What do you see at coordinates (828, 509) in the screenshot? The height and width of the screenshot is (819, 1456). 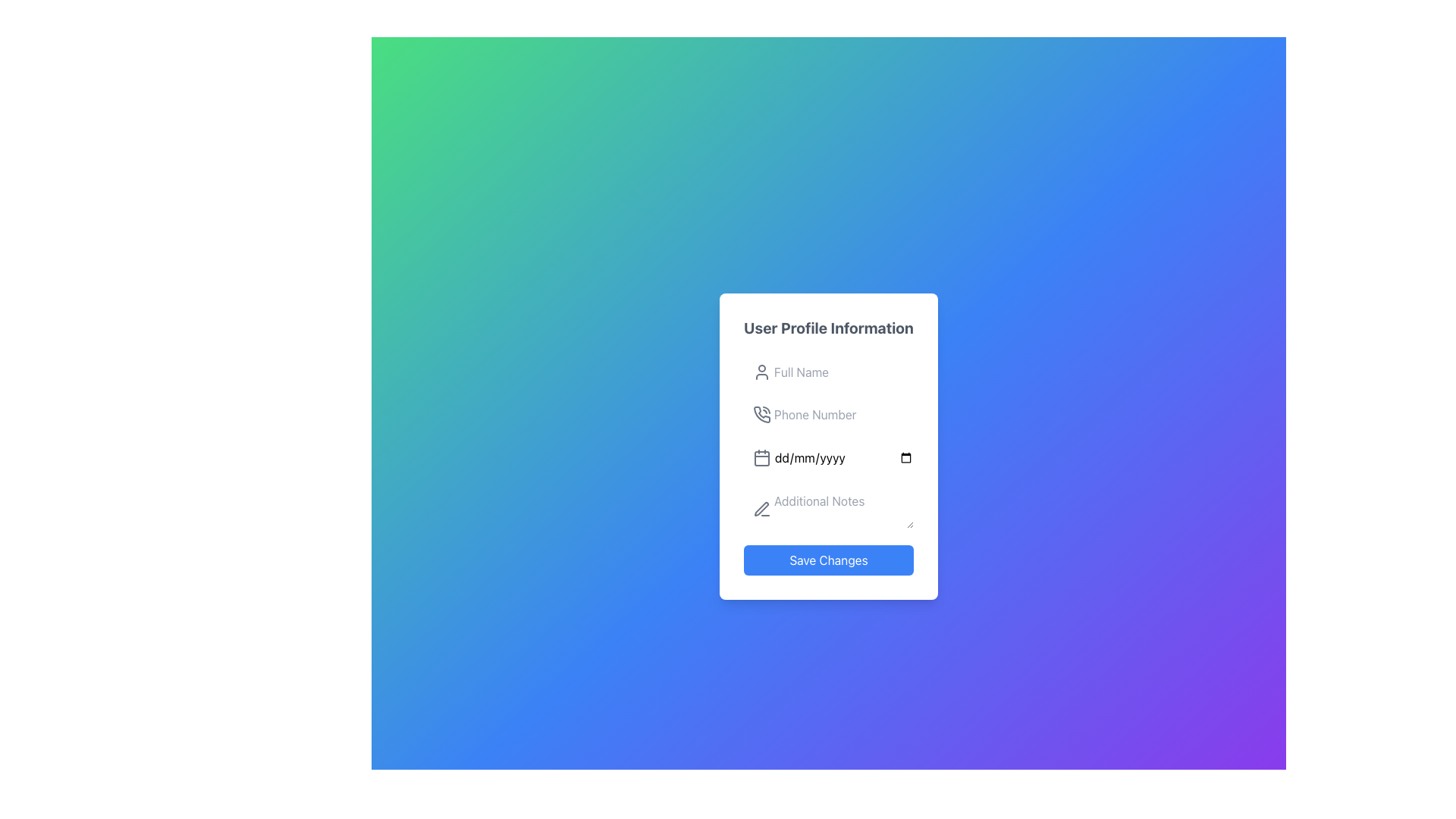 I see `inside the Text Input field that allows users to input additional notes or comments, focusing on it for user input` at bounding box center [828, 509].